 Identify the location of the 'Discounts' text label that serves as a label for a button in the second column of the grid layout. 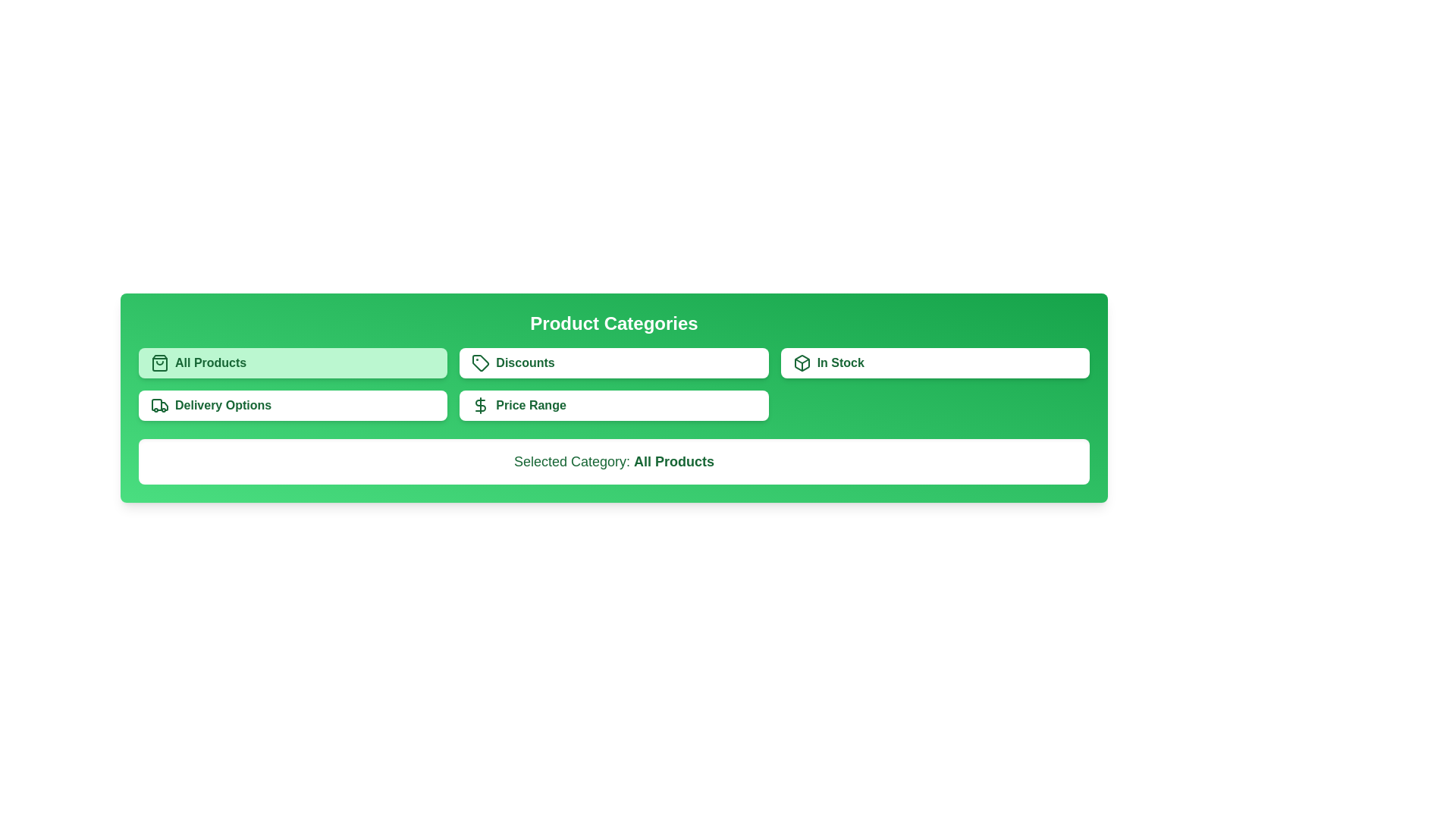
(525, 362).